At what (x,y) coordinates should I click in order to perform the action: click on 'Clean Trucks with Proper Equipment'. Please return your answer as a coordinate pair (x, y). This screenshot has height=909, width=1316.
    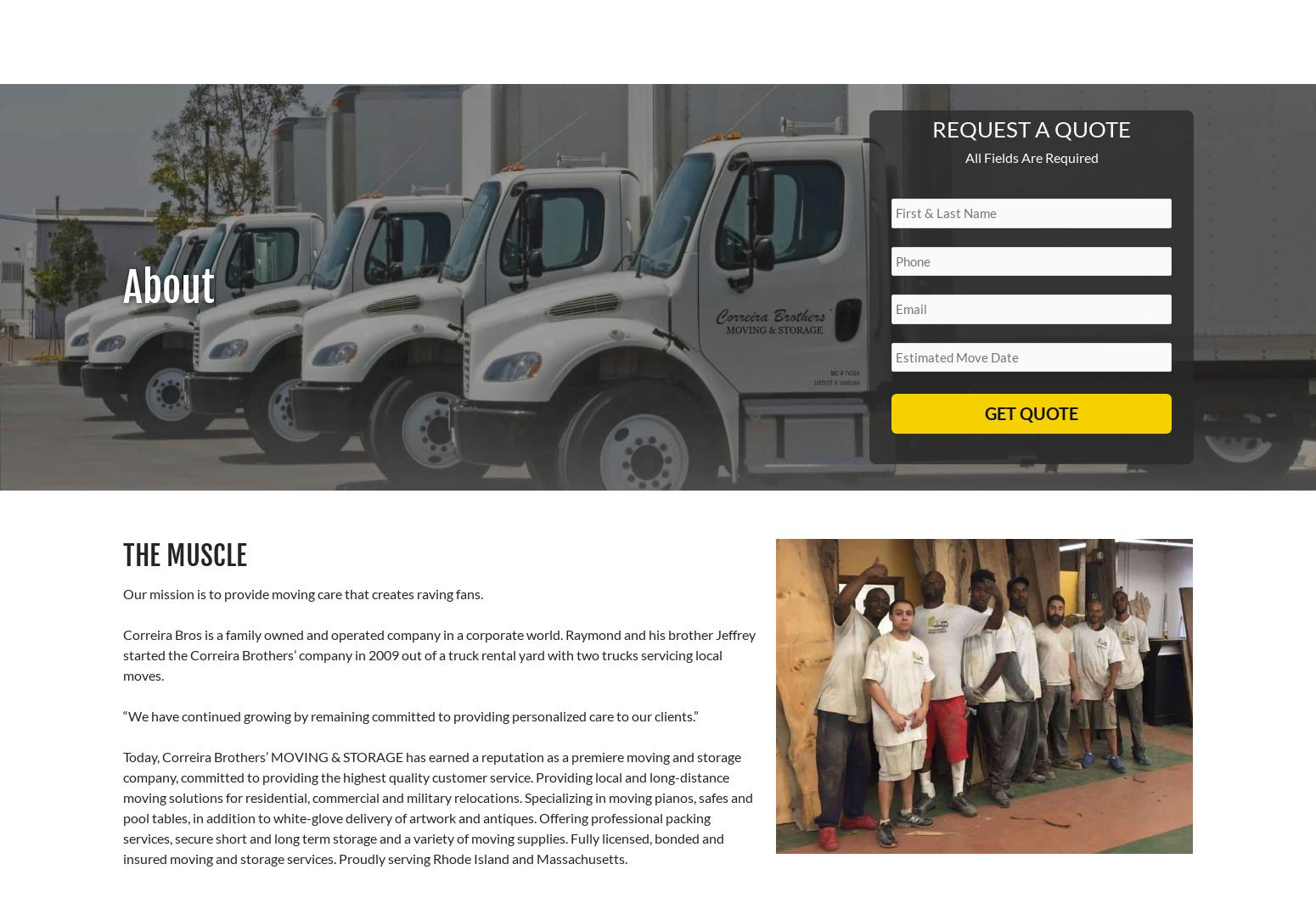
    Looking at the image, I should click on (922, 452).